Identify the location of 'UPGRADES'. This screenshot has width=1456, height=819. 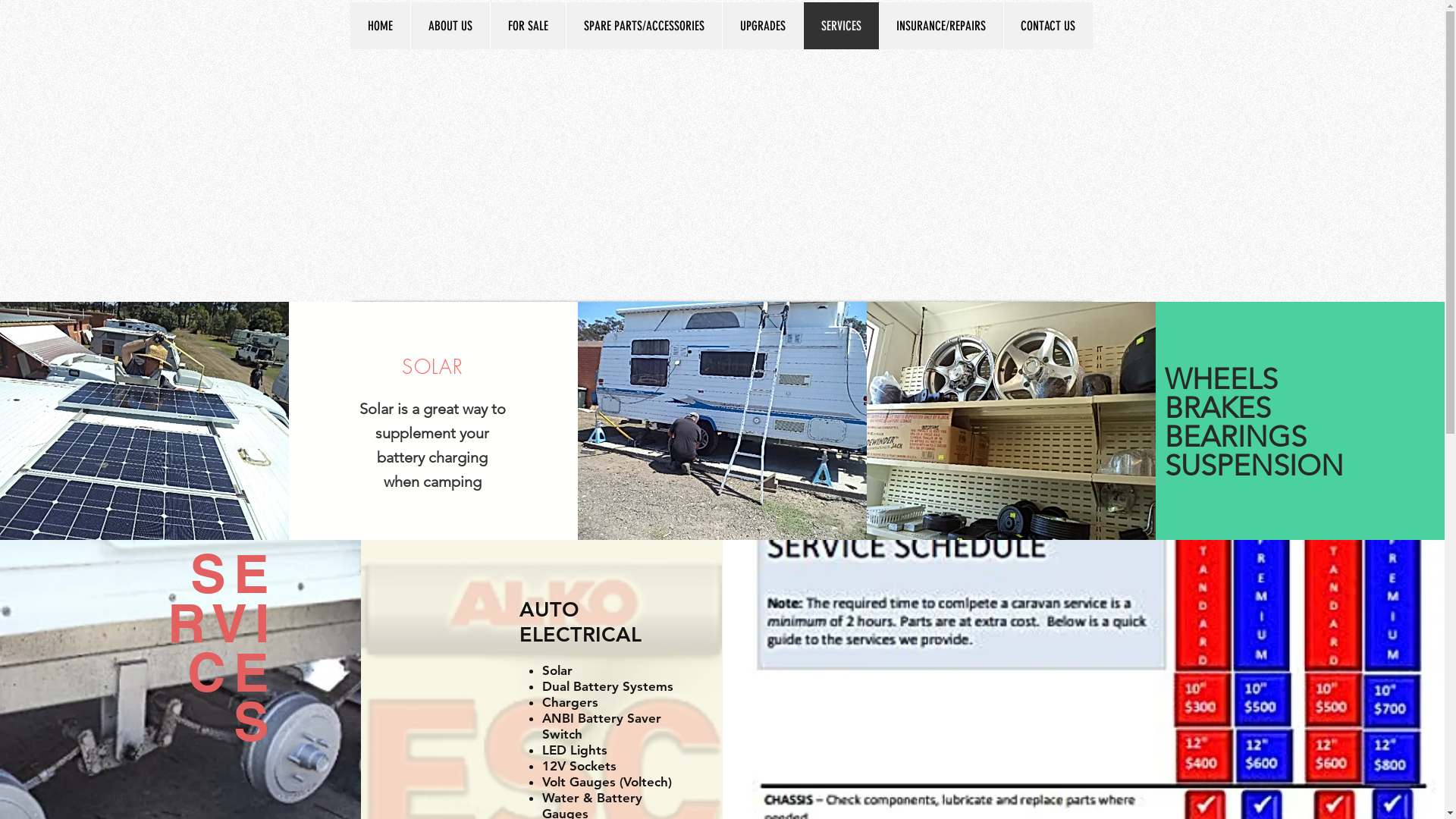
(762, 26).